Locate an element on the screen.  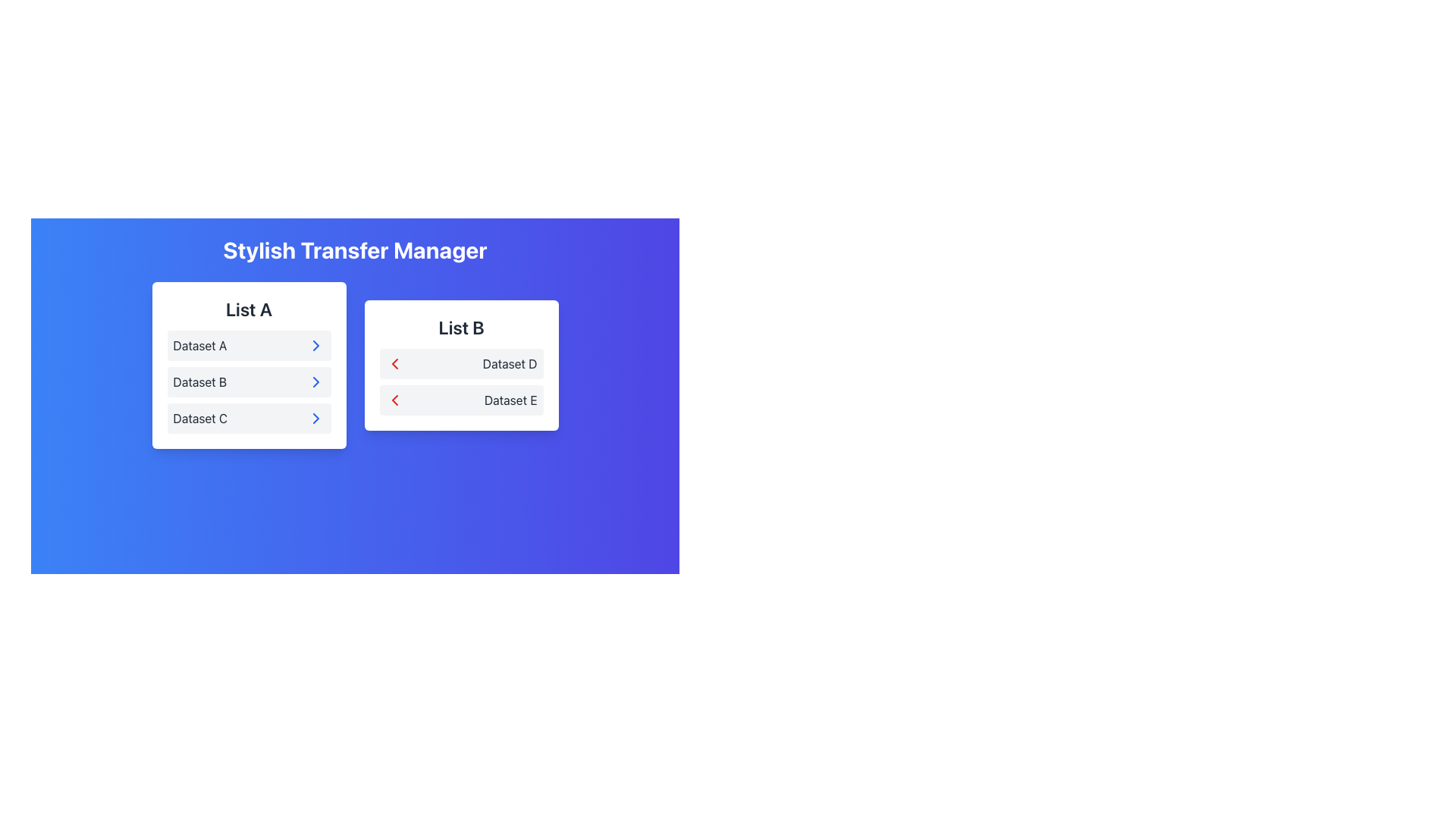
the rightward-pointing chevron icon next to the text 'Dataset B' in the card labeled 'List A' is located at coordinates (315, 381).